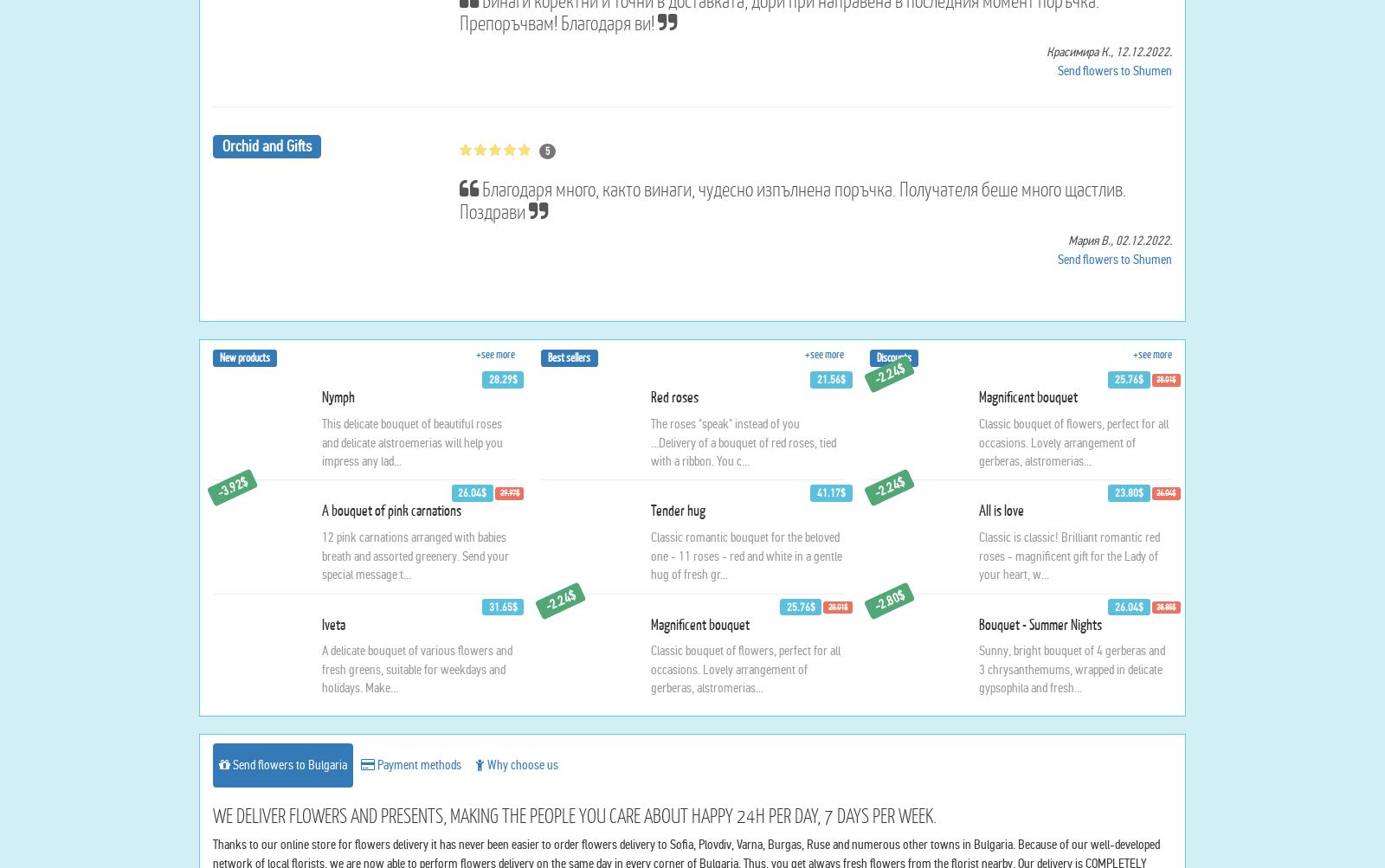 The height and width of the screenshot is (868, 1385). What do you see at coordinates (888, 766) in the screenshot?
I see `'-2.80$'` at bounding box center [888, 766].